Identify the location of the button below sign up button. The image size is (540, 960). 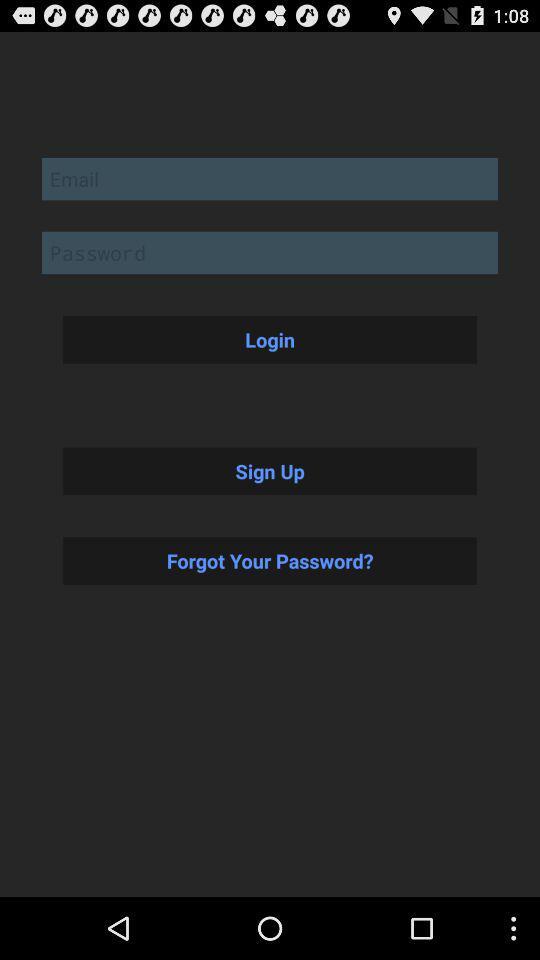
(270, 560).